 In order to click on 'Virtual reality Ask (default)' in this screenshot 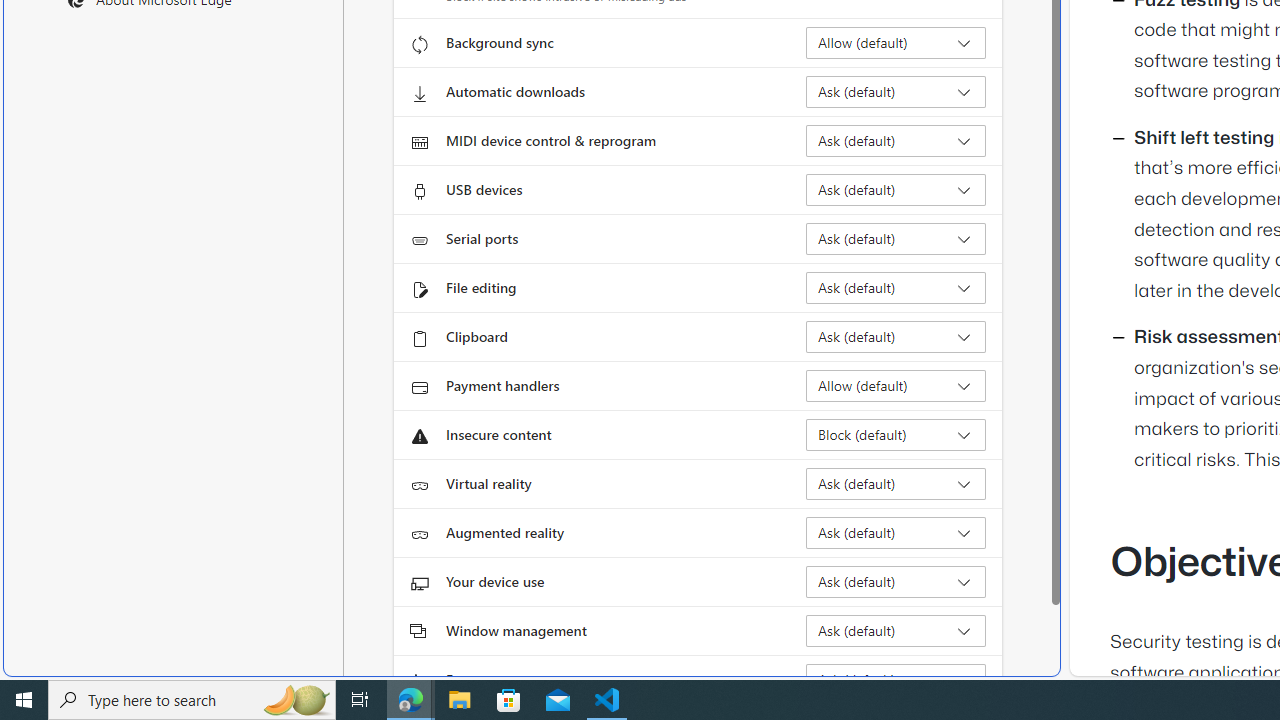, I will do `click(895, 483)`.